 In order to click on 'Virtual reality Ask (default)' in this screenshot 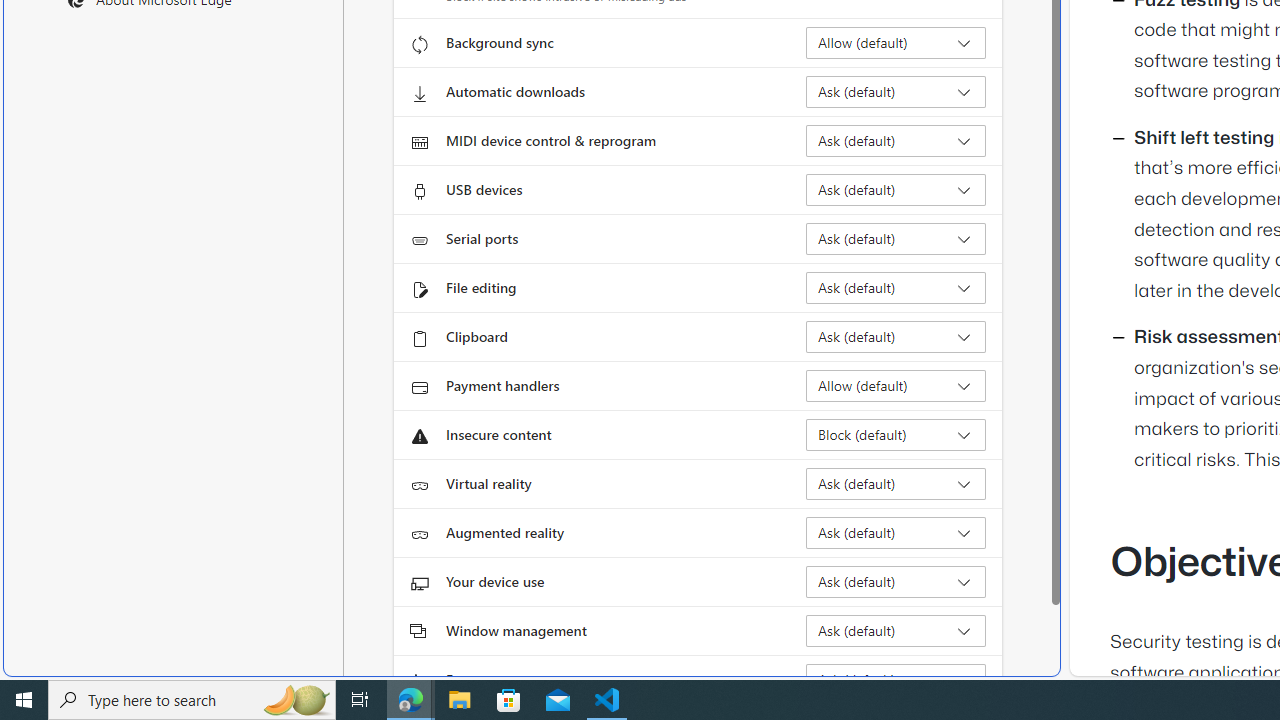, I will do `click(895, 483)`.